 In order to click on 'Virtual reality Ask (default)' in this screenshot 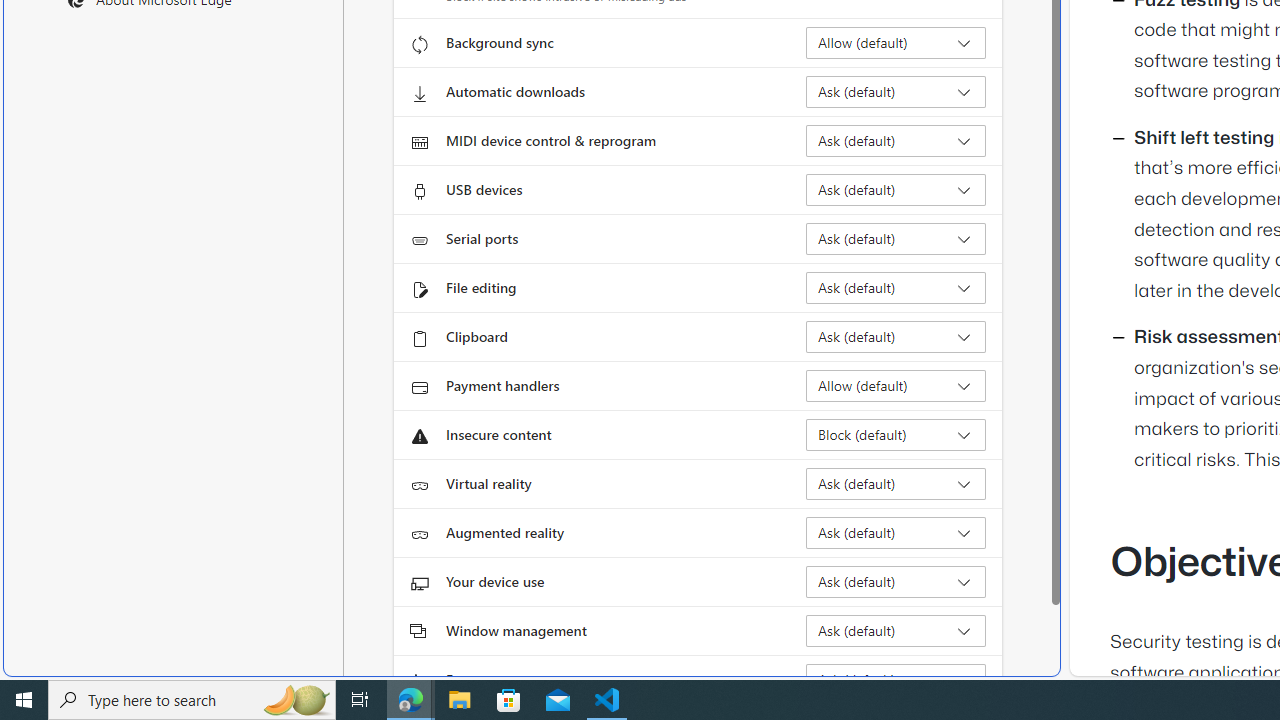, I will do `click(895, 483)`.